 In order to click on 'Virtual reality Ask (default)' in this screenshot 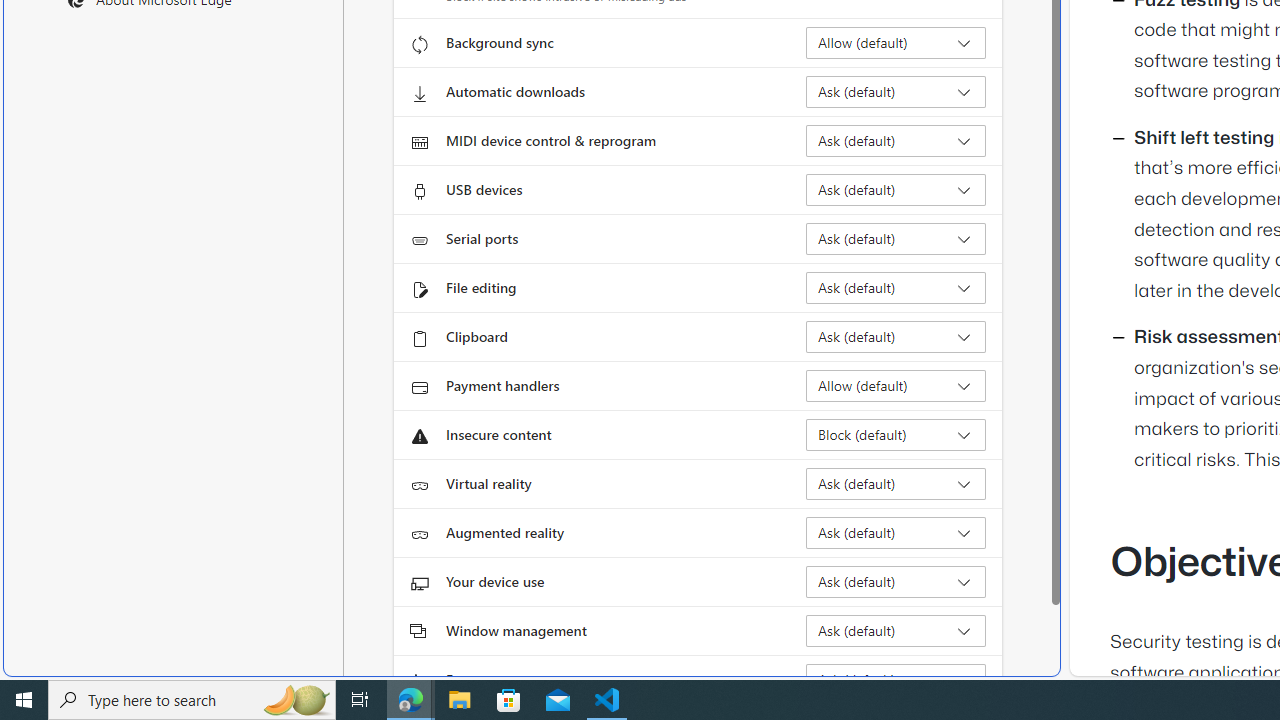, I will do `click(895, 483)`.